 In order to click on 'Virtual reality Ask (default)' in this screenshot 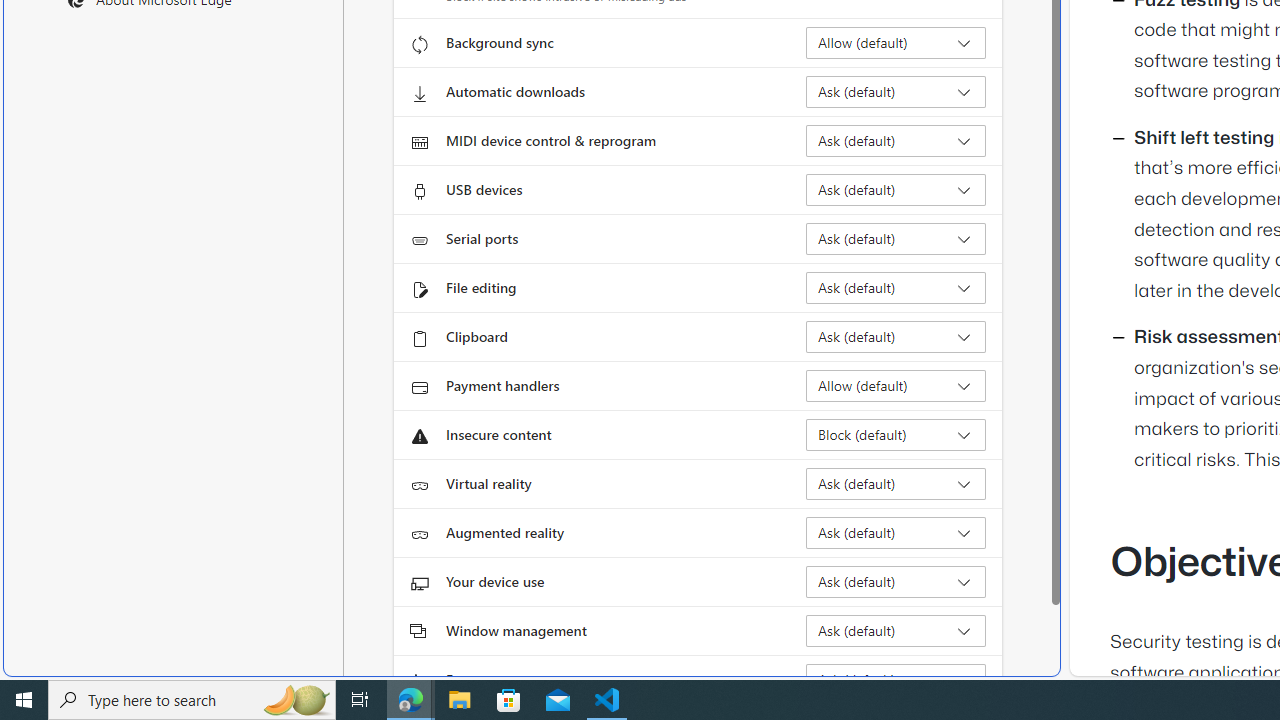, I will do `click(895, 483)`.